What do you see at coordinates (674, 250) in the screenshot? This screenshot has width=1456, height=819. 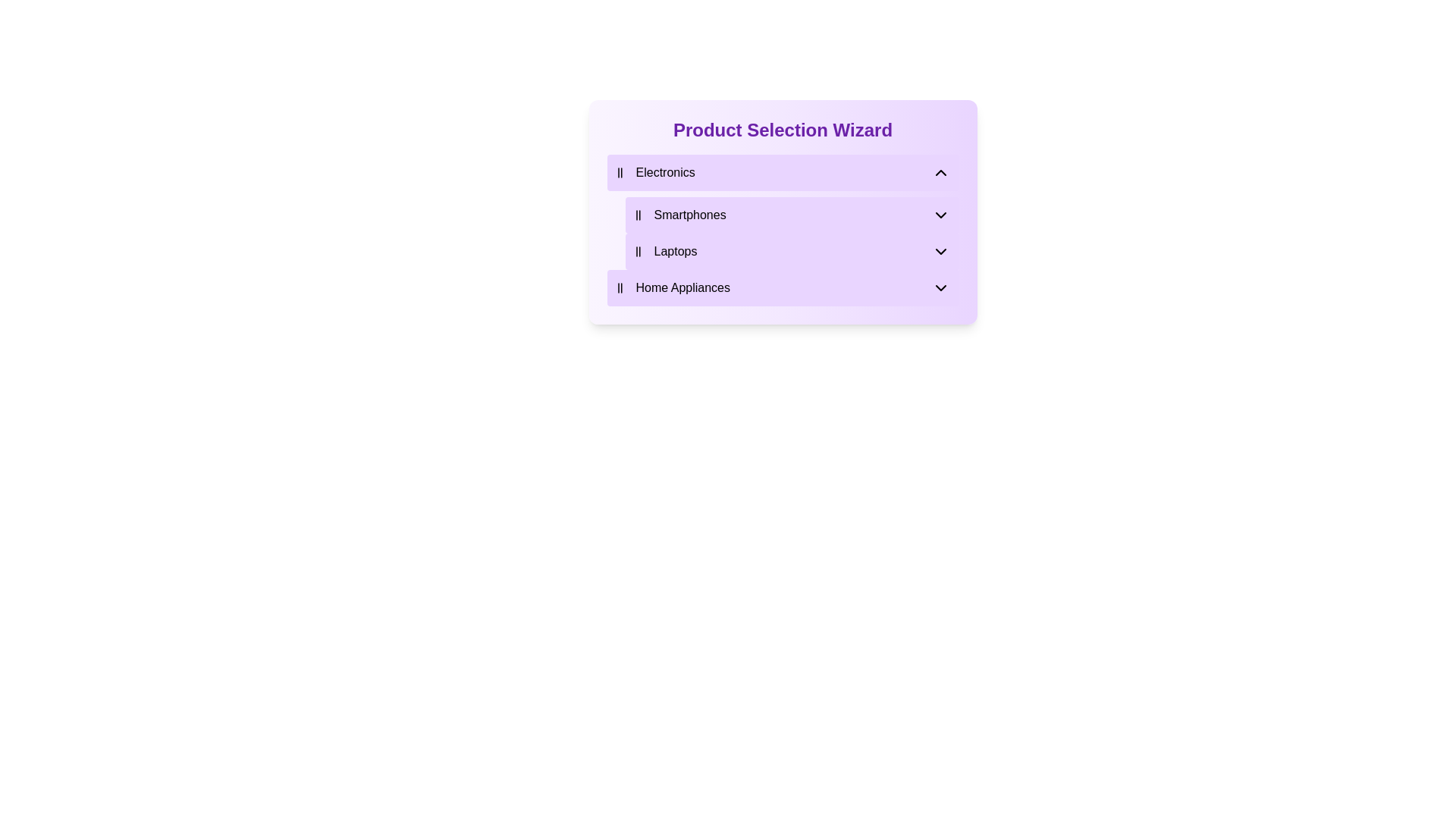 I see `the text label that reads 'Laptops' within the submenu of the 'Electronics' section in the product selection wizard interface` at bounding box center [674, 250].